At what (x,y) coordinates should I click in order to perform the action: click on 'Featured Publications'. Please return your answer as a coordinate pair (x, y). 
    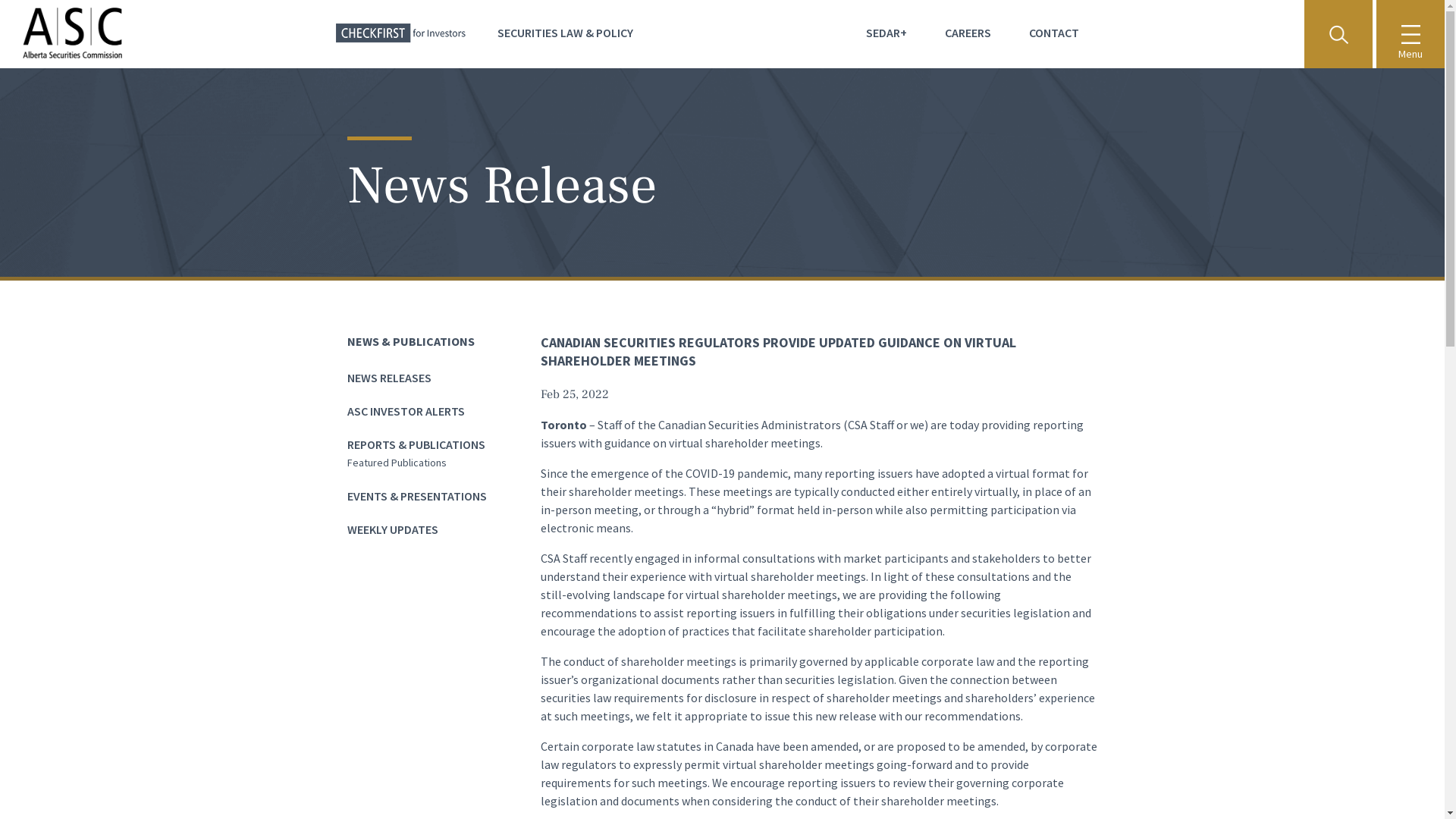
    Looking at the image, I should click on (397, 461).